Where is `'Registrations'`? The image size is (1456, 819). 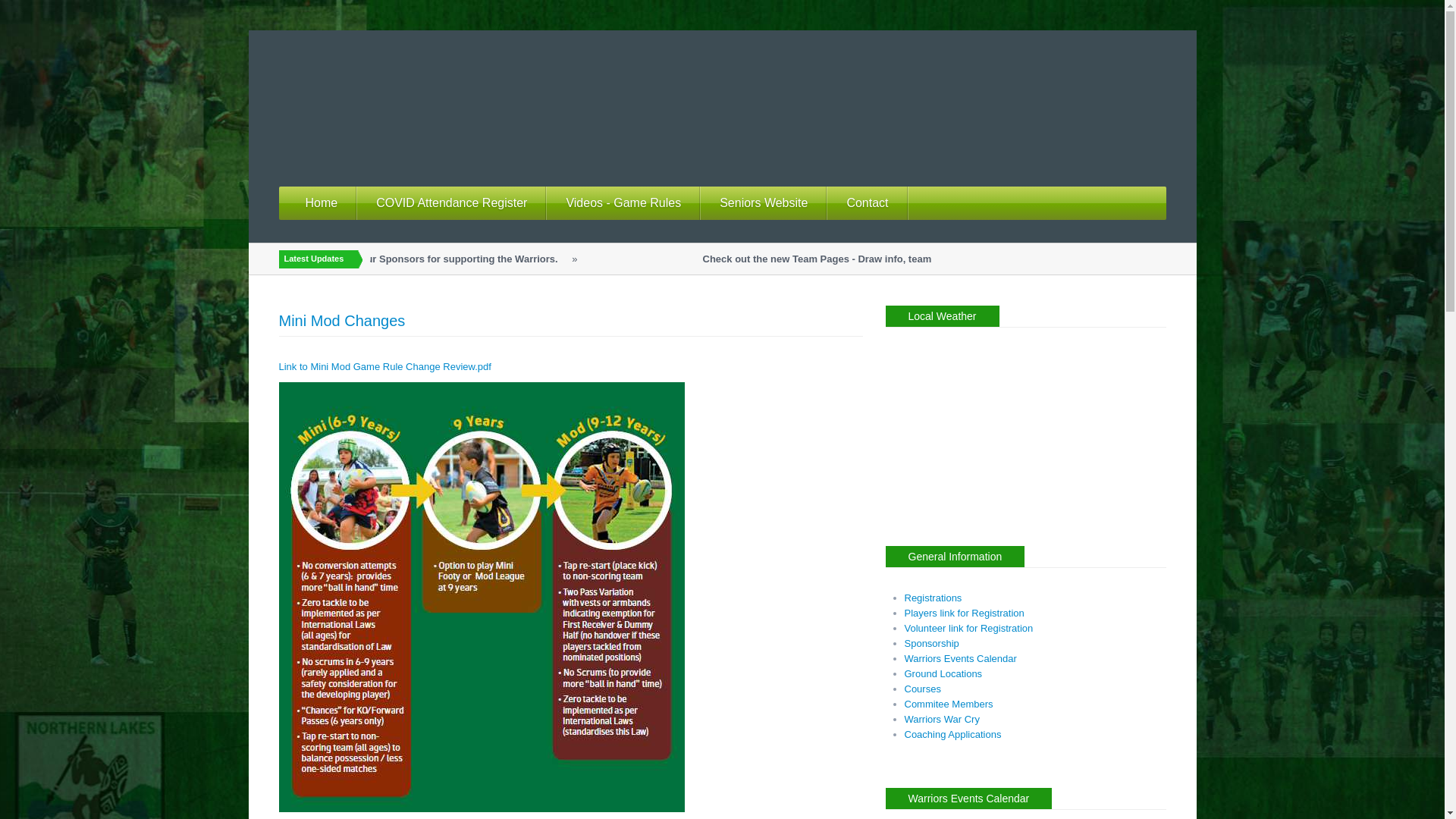 'Registrations' is located at coordinates (931, 597).